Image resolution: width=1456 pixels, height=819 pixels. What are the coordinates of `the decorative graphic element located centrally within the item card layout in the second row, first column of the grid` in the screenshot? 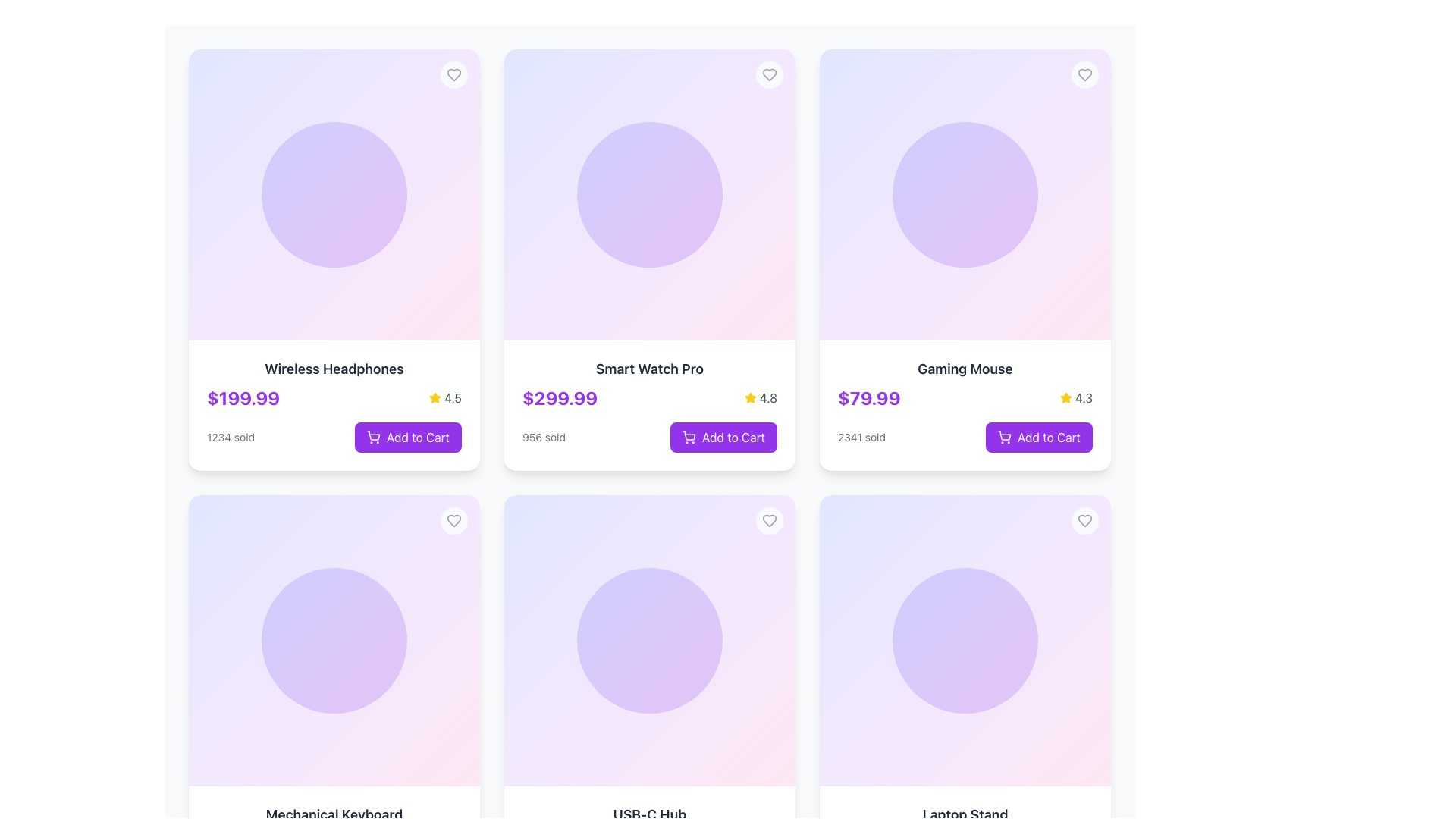 It's located at (650, 640).